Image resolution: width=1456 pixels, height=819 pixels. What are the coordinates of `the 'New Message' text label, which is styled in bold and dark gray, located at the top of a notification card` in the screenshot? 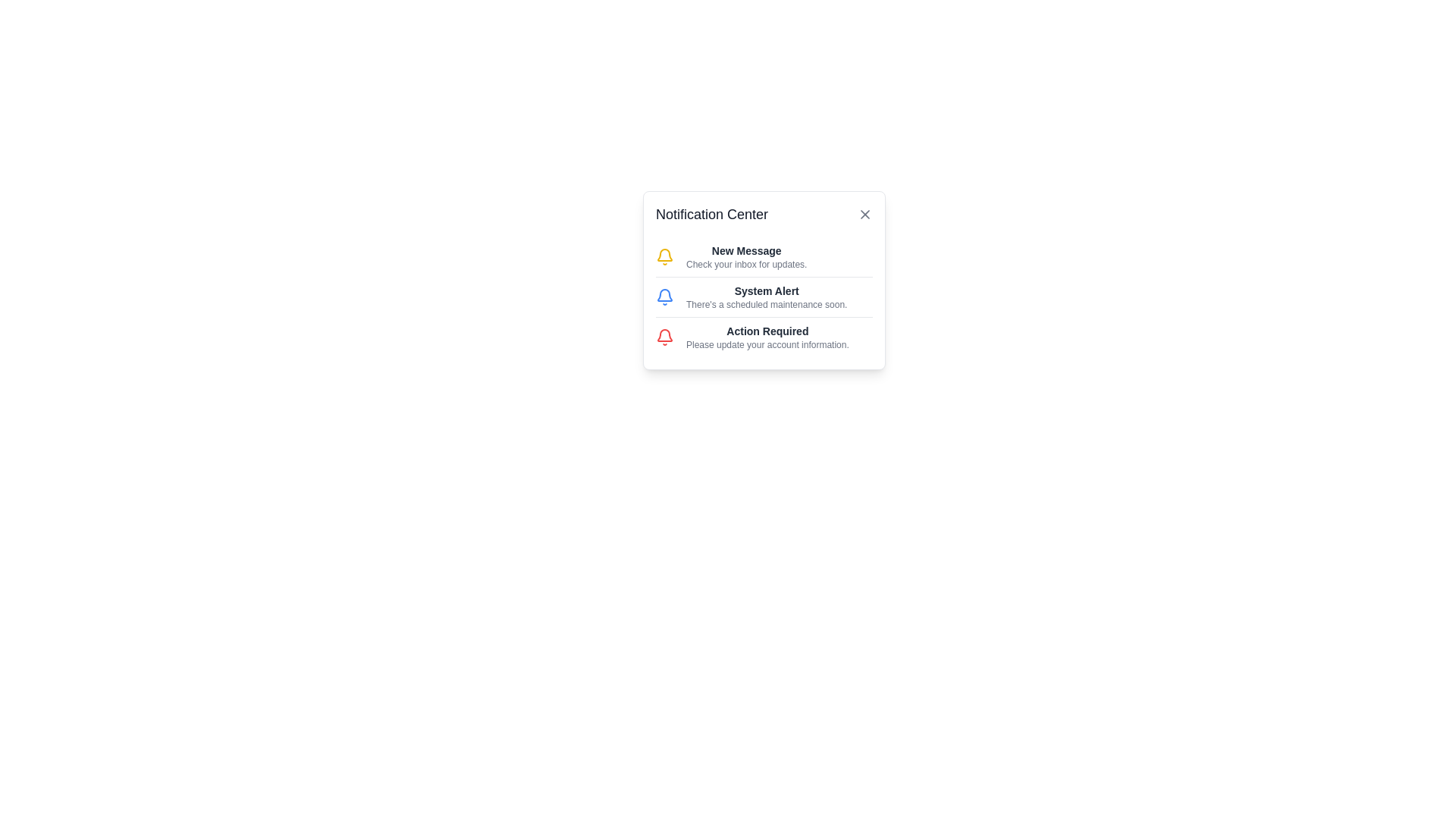 It's located at (746, 250).